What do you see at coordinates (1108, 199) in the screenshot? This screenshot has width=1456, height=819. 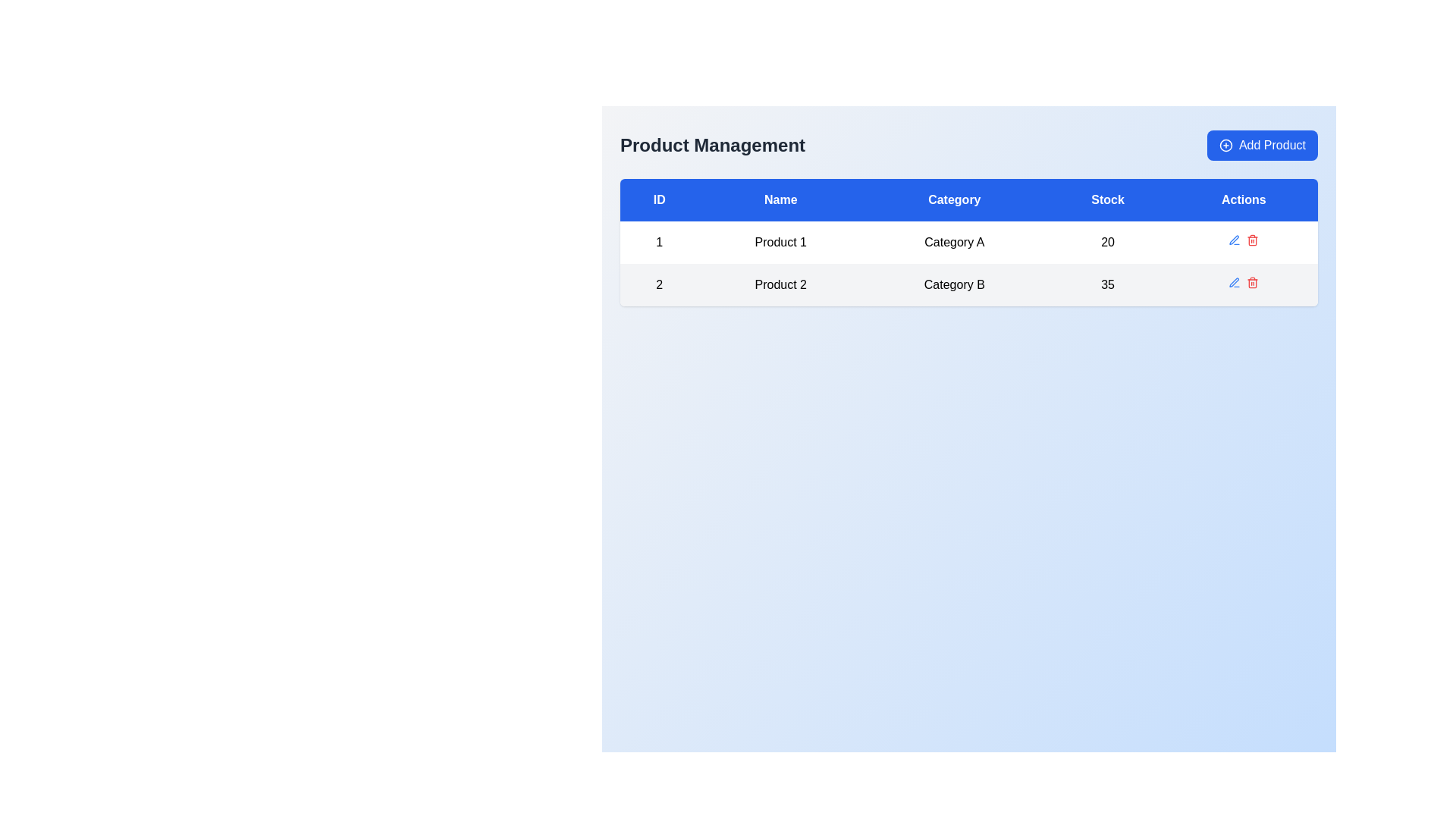 I see `the label for the stock quantities column, which is the fourth column in the header row of the table` at bounding box center [1108, 199].